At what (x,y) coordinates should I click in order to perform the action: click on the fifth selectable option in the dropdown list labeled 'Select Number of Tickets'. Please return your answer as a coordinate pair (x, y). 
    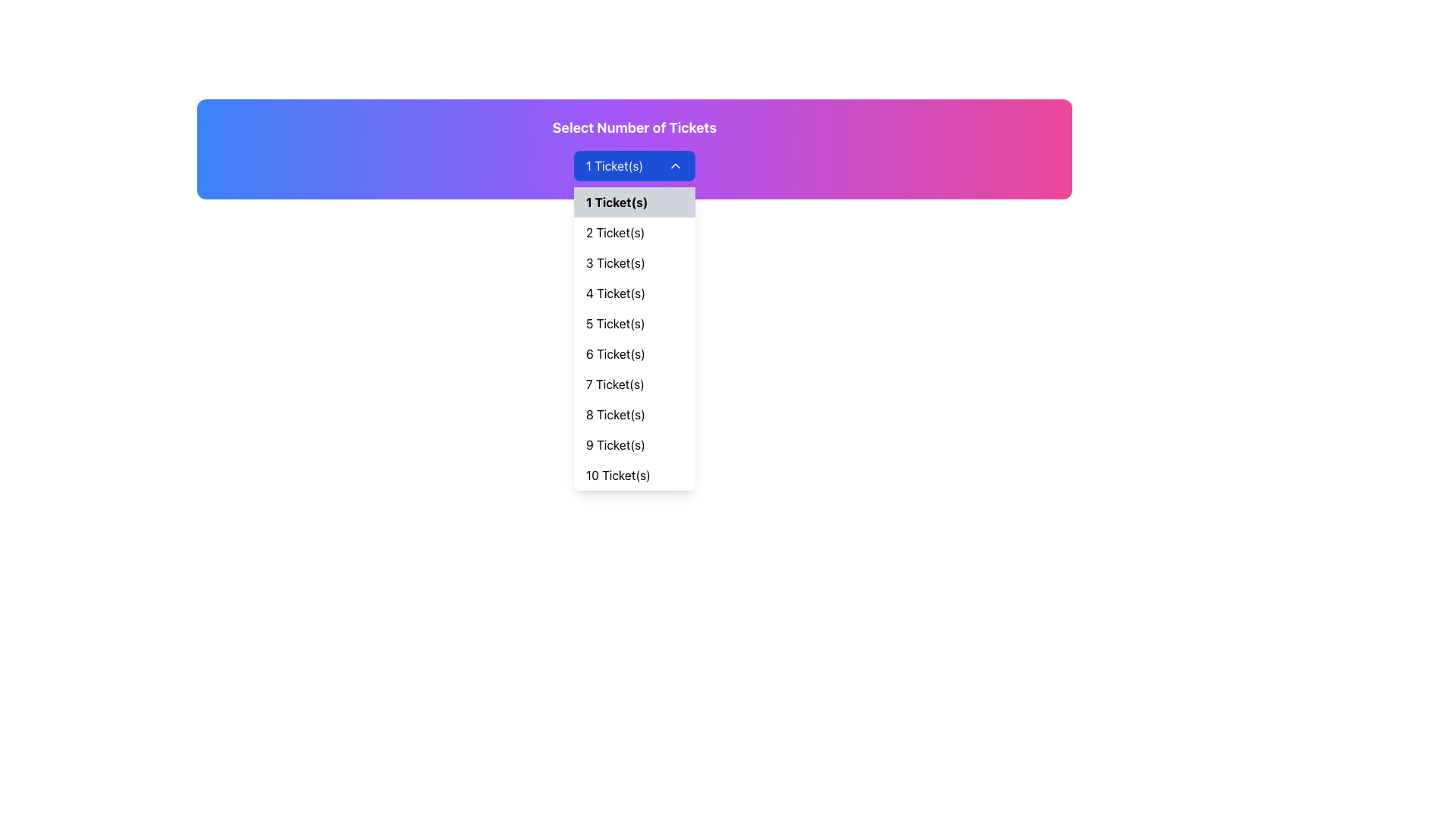
    Looking at the image, I should click on (634, 323).